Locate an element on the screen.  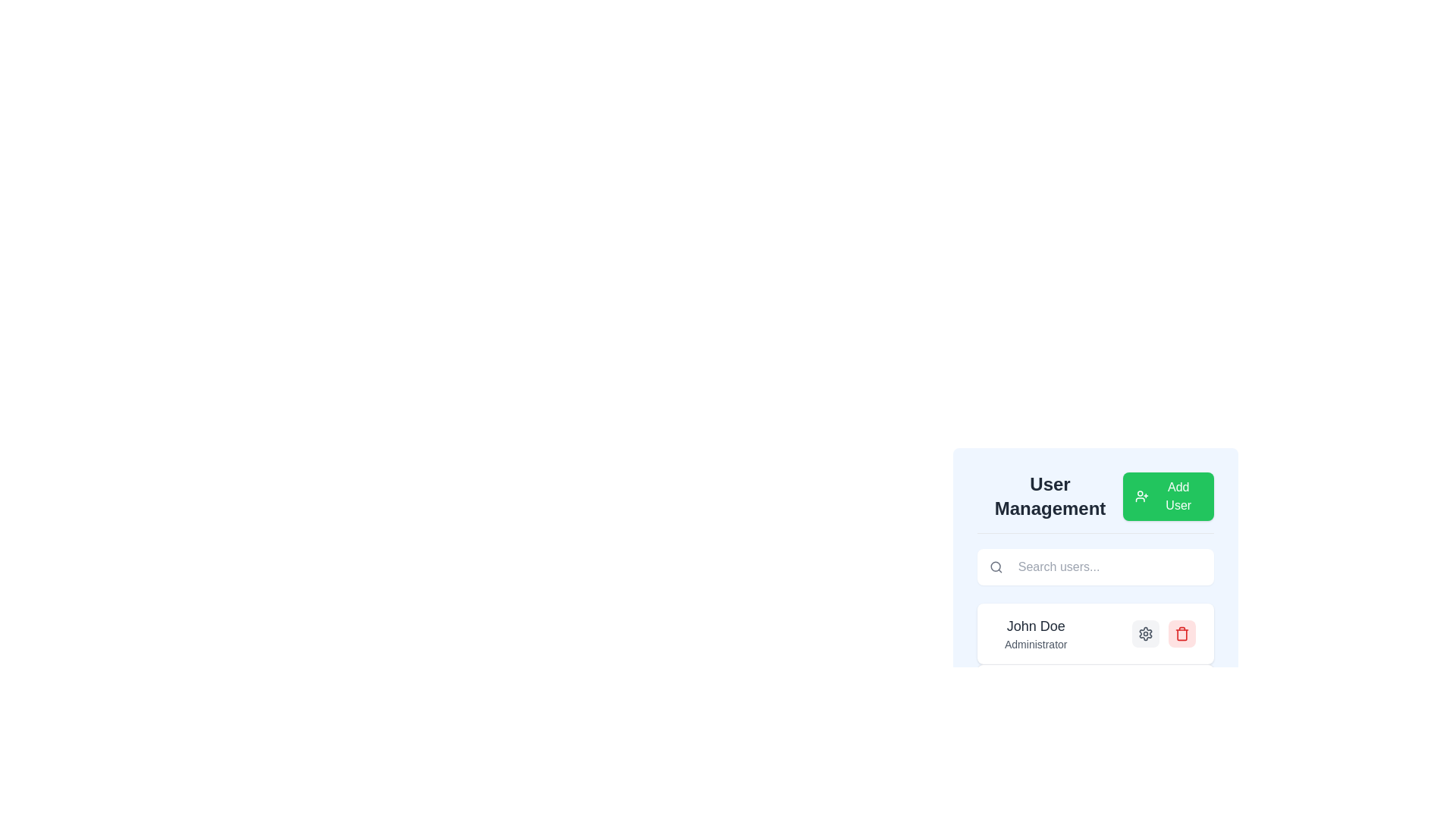
the text display component showing 'John Doe' and 'Administrator' is located at coordinates (1035, 634).